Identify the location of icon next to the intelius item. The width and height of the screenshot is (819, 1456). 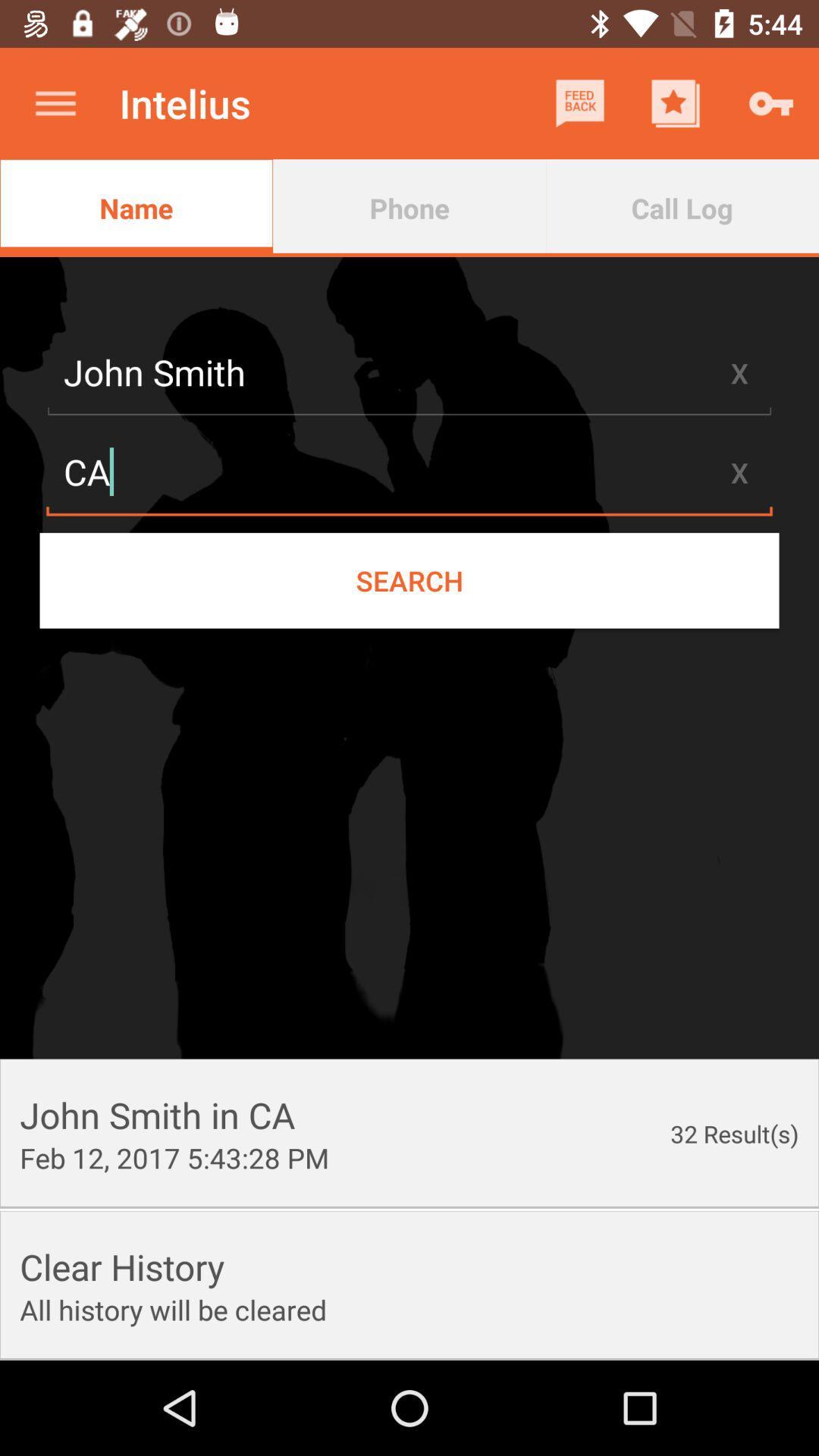
(579, 102).